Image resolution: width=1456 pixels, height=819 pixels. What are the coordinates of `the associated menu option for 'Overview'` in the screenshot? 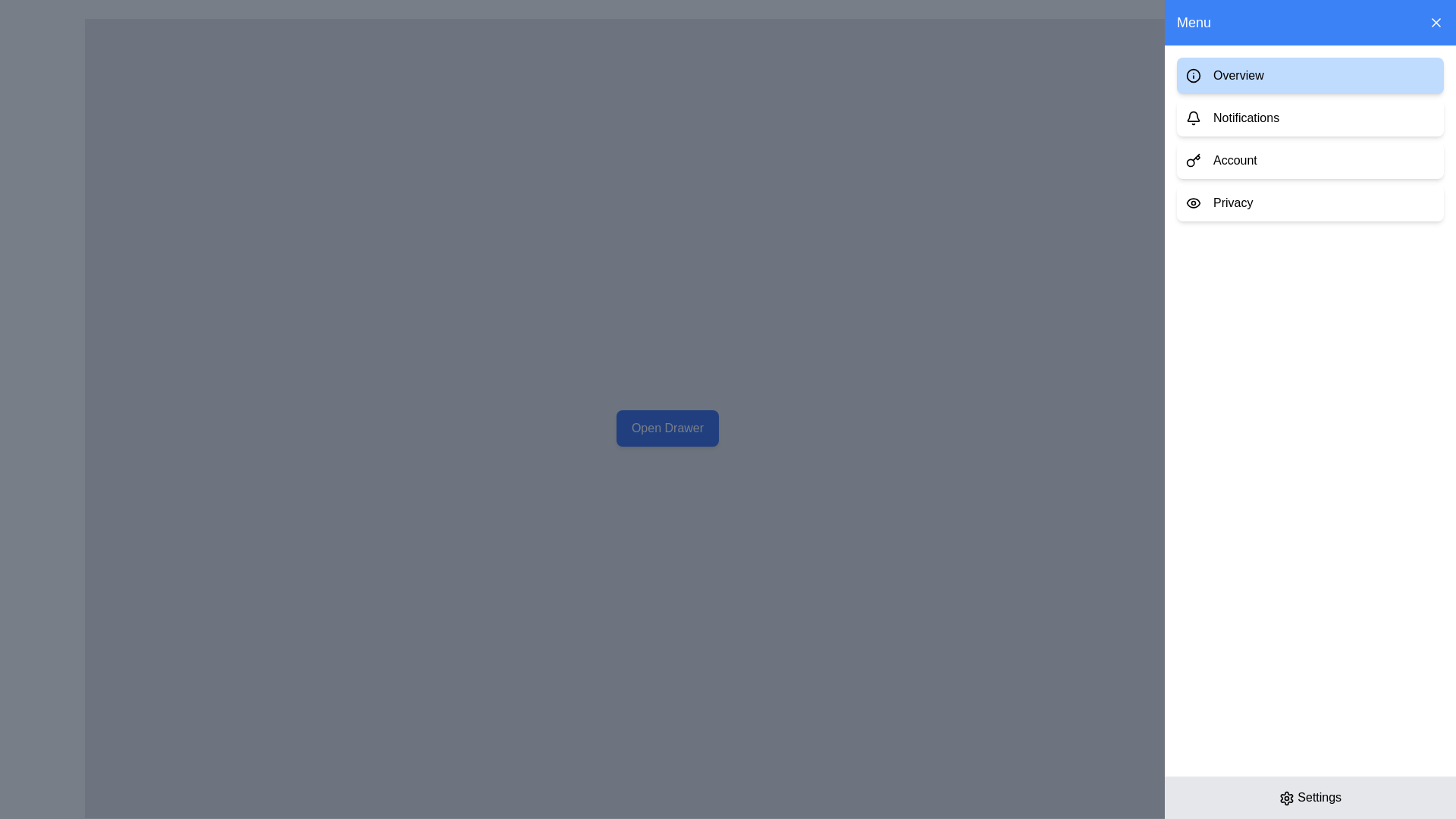 It's located at (1193, 76).